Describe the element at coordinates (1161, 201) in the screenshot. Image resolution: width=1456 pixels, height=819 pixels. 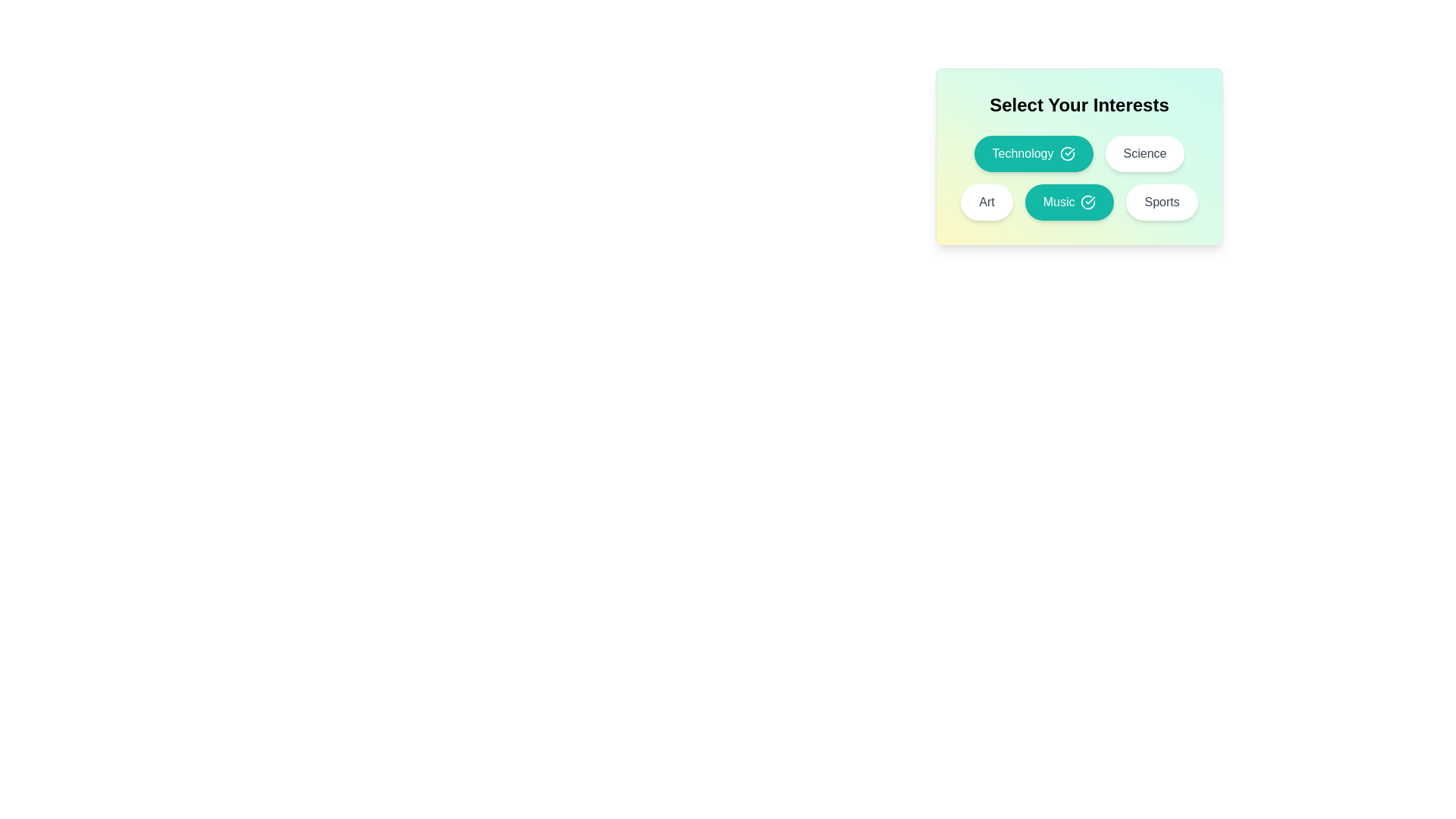
I see `the interest tag labeled Sports` at that location.